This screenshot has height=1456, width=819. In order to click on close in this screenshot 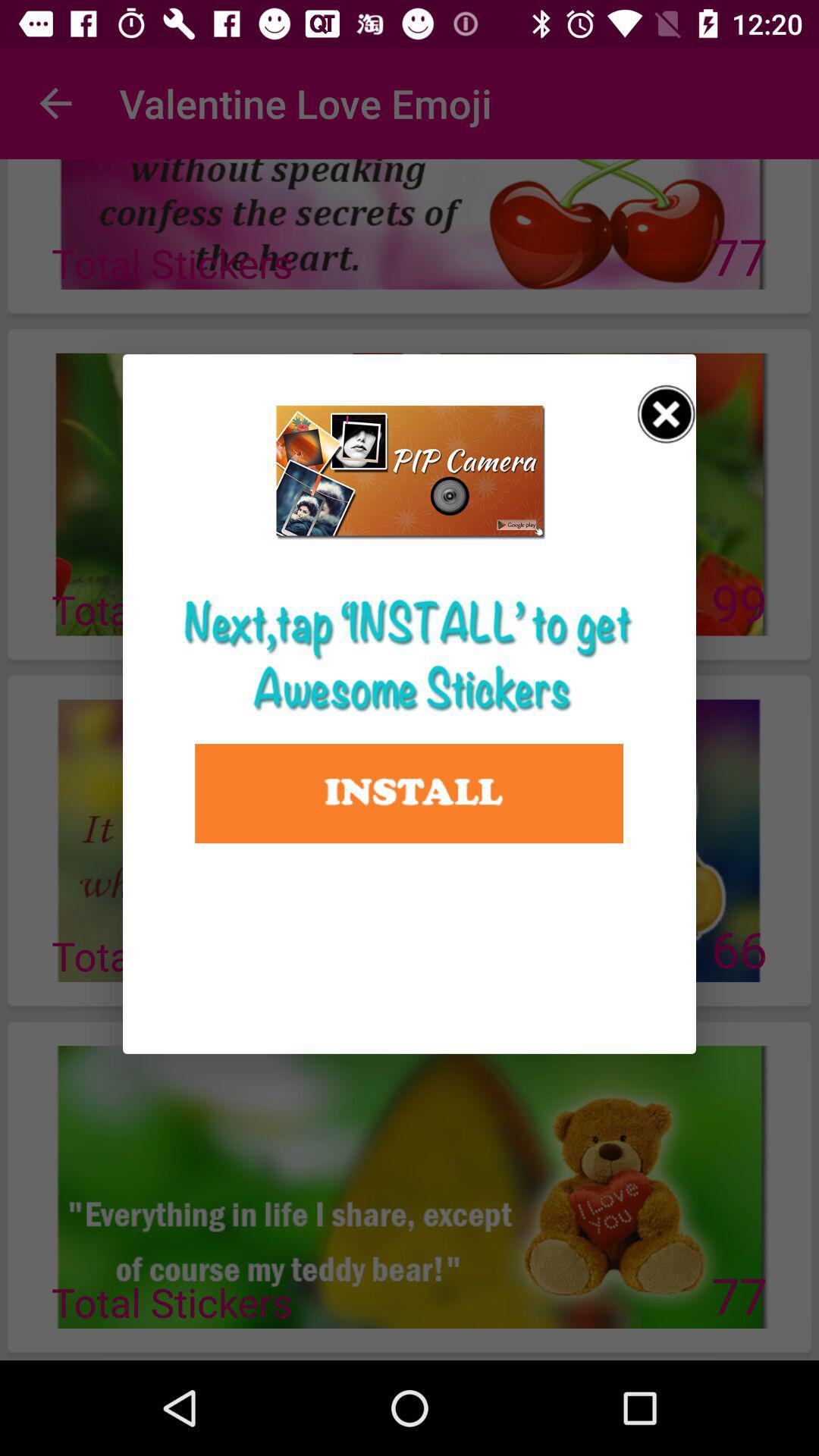, I will do `click(666, 414)`.